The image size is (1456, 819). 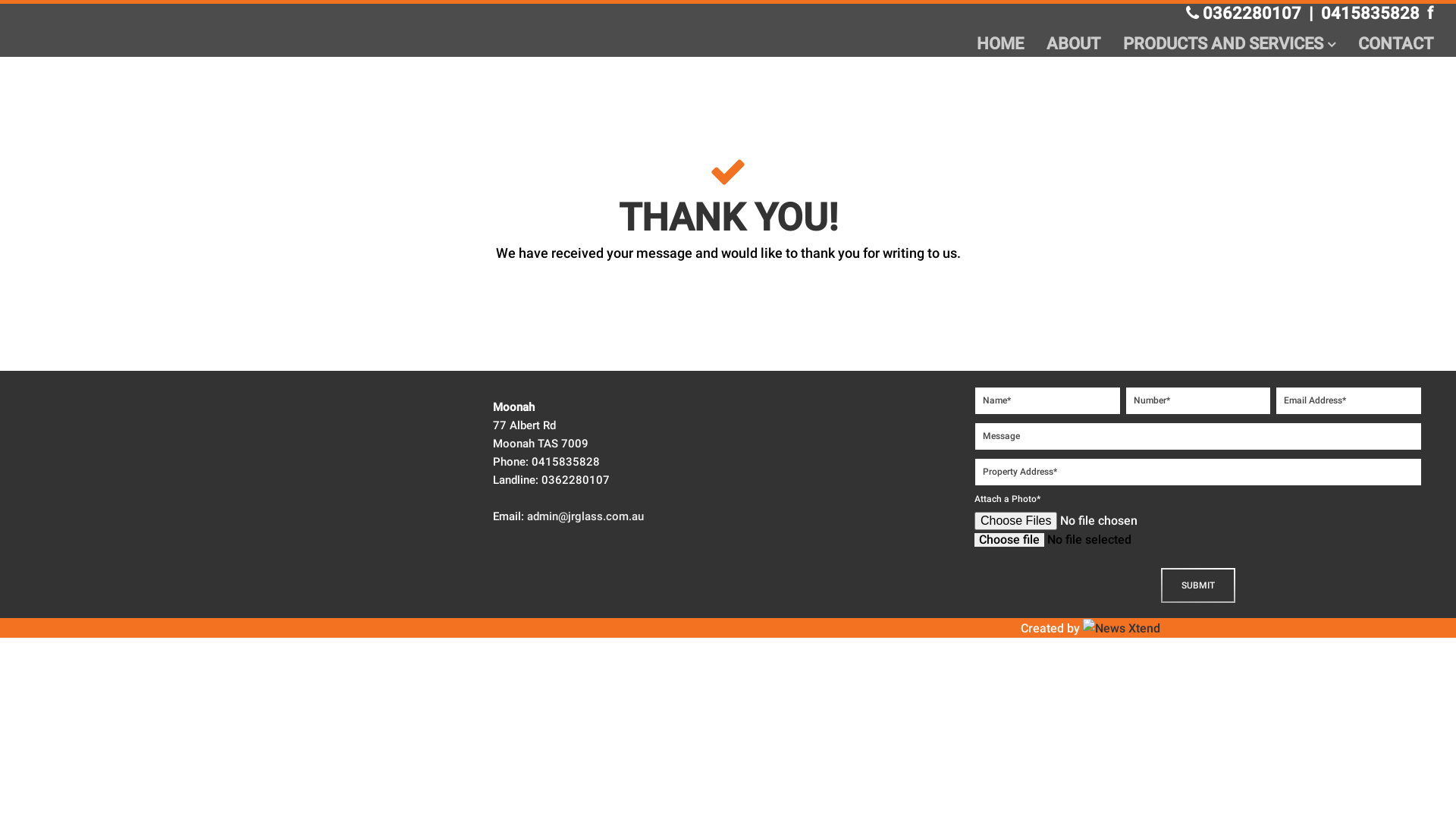 What do you see at coordinates (1395, 43) in the screenshot?
I see `'CONTACT'` at bounding box center [1395, 43].